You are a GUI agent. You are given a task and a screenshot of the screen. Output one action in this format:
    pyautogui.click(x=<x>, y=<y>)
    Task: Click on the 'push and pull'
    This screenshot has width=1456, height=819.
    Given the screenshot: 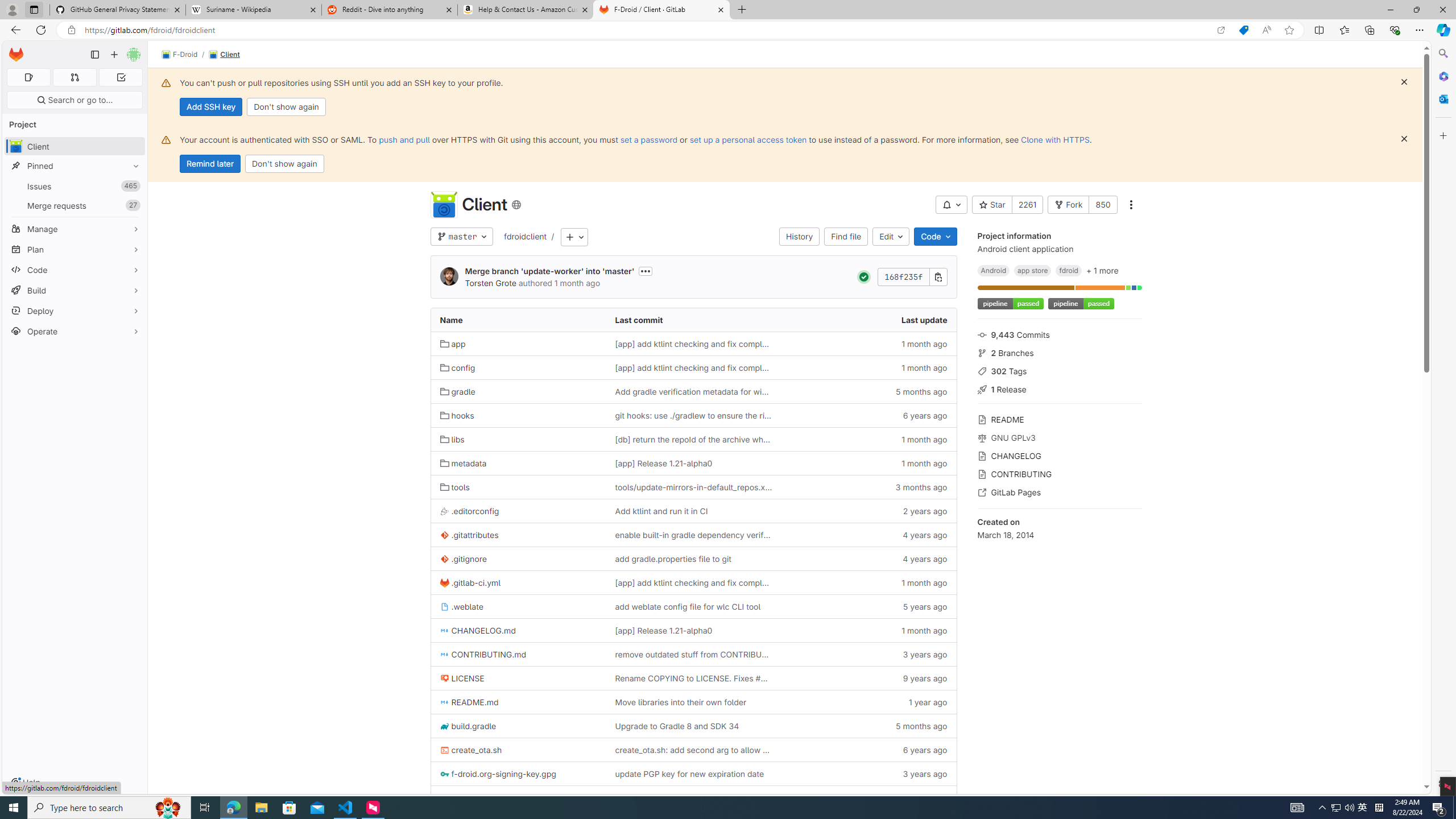 What is the action you would take?
    pyautogui.click(x=403, y=139)
    